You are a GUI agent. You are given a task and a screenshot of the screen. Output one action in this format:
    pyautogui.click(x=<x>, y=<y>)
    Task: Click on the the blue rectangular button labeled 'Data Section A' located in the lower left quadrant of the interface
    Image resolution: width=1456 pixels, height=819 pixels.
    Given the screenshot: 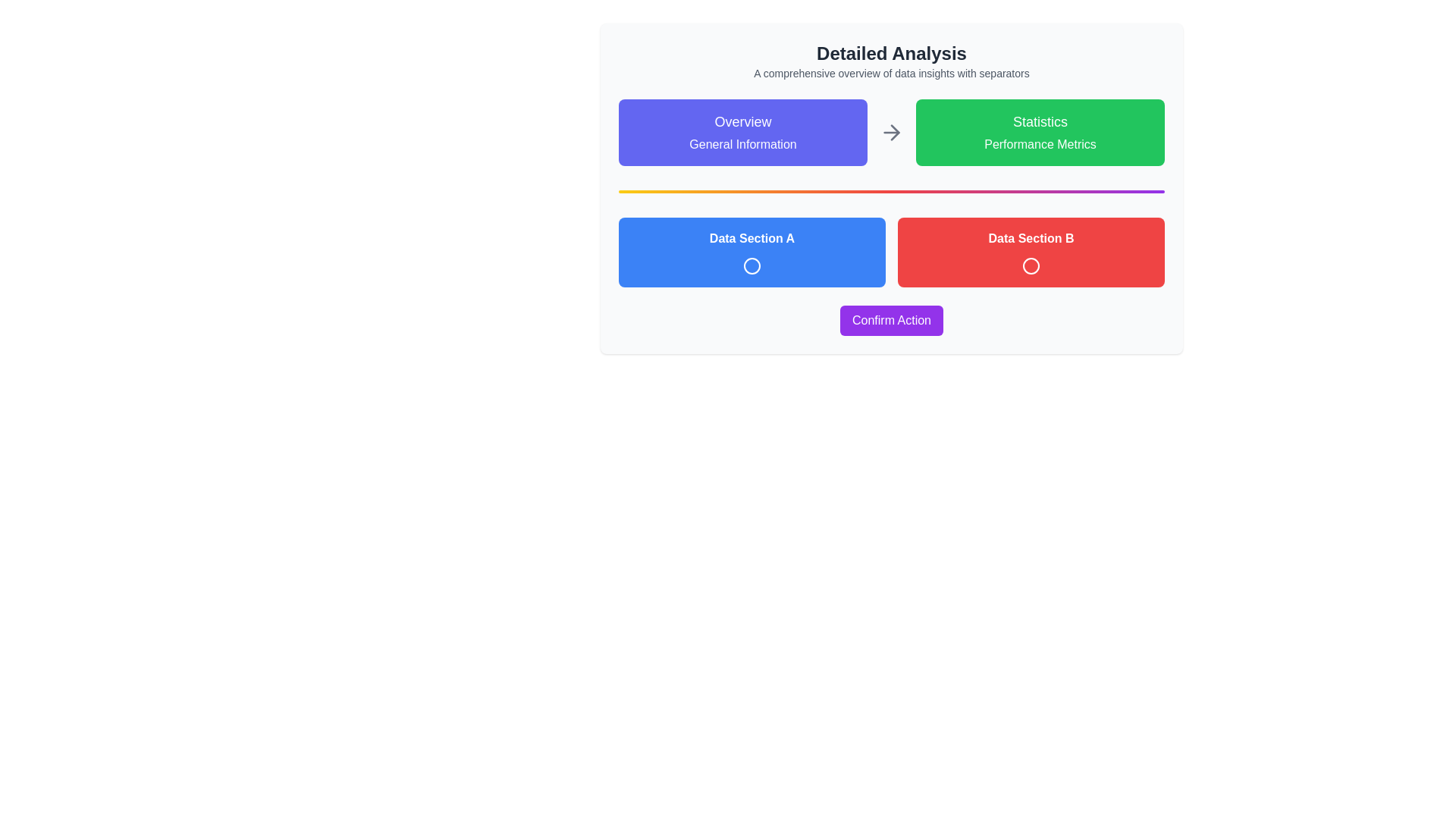 What is the action you would take?
    pyautogui.click(x=752, y=251)
    